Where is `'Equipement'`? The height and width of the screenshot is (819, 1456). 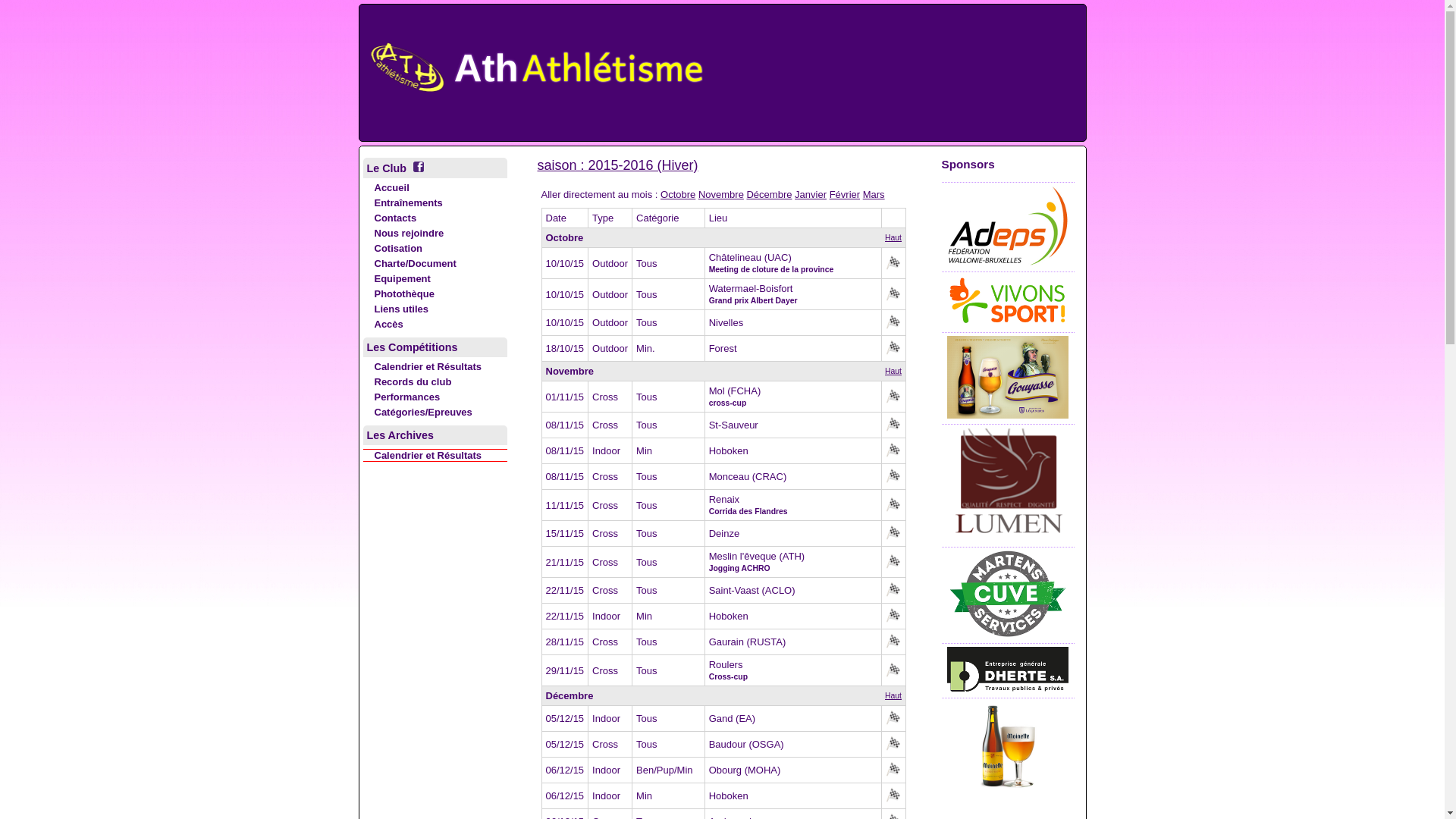
'Equipement' is located at coordinates (362, 278).